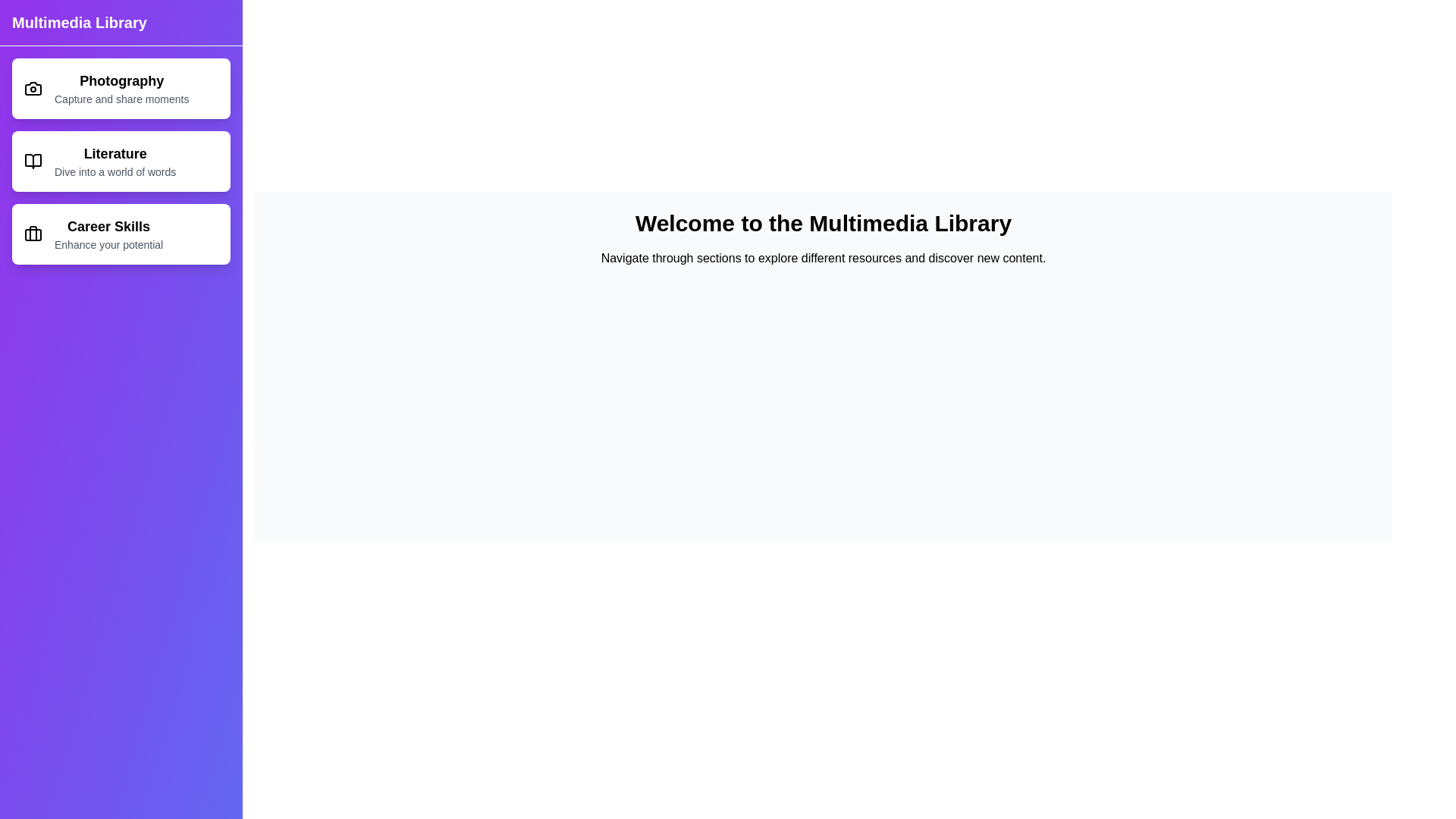  What do you see at coordinates (120, 234) in the screenshot?
I see `the Career Skills section to view its details` at bounding box center [120, 234].